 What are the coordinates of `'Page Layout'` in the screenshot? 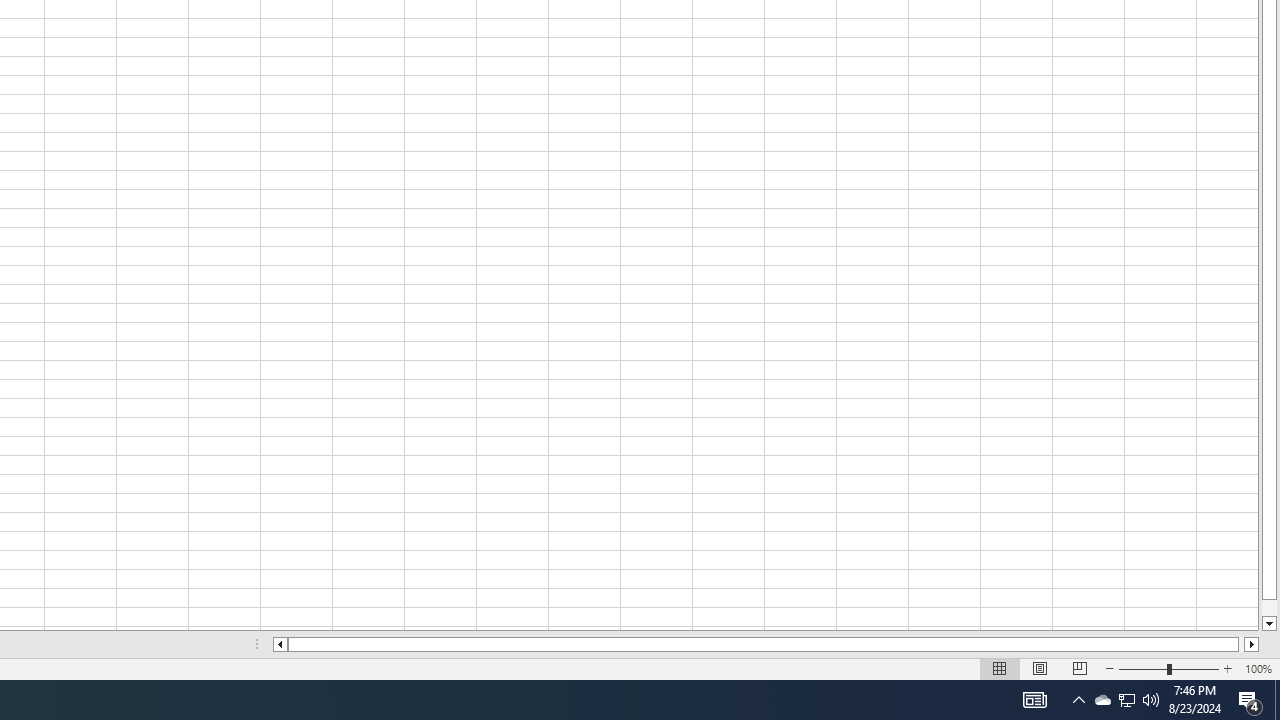 It's located at (1040, 669).